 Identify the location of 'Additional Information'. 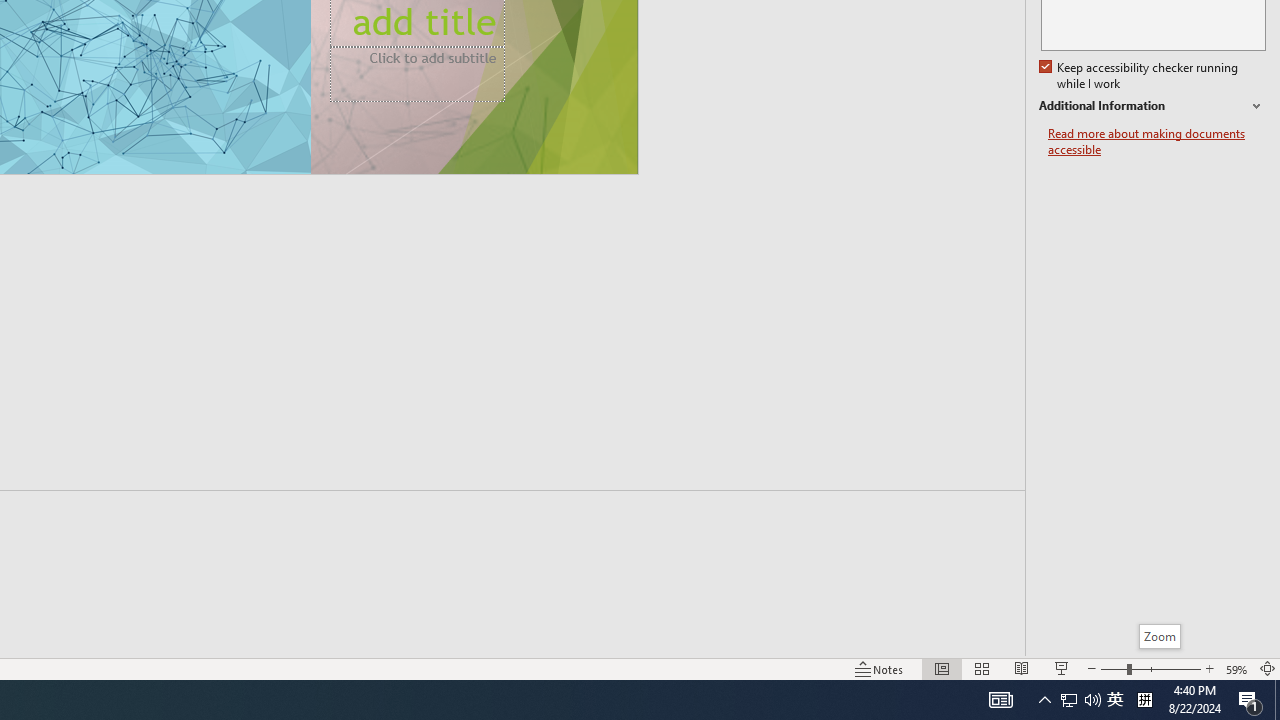
(1152, 106).